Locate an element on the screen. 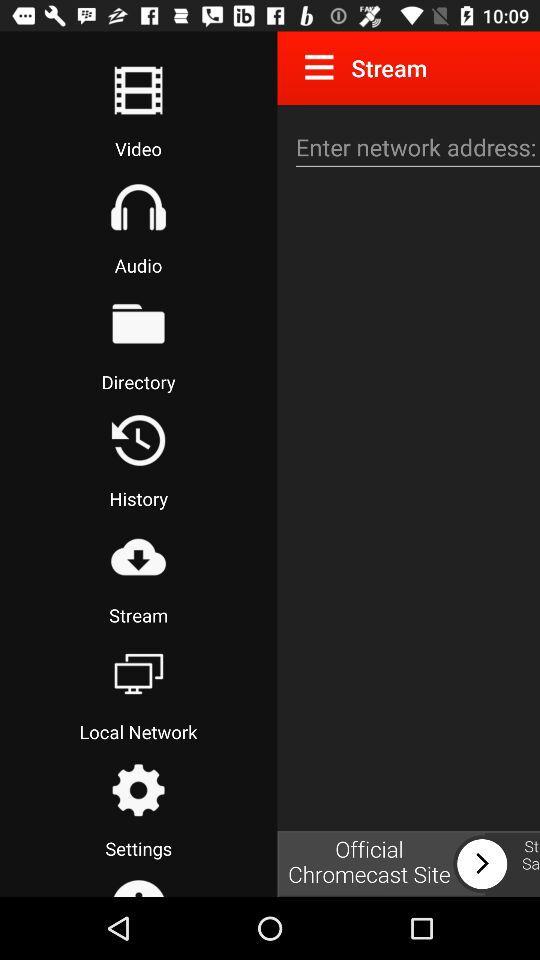 The width and height of the screenshot is (540, 960). downloads is located at coordinates (137, 557).